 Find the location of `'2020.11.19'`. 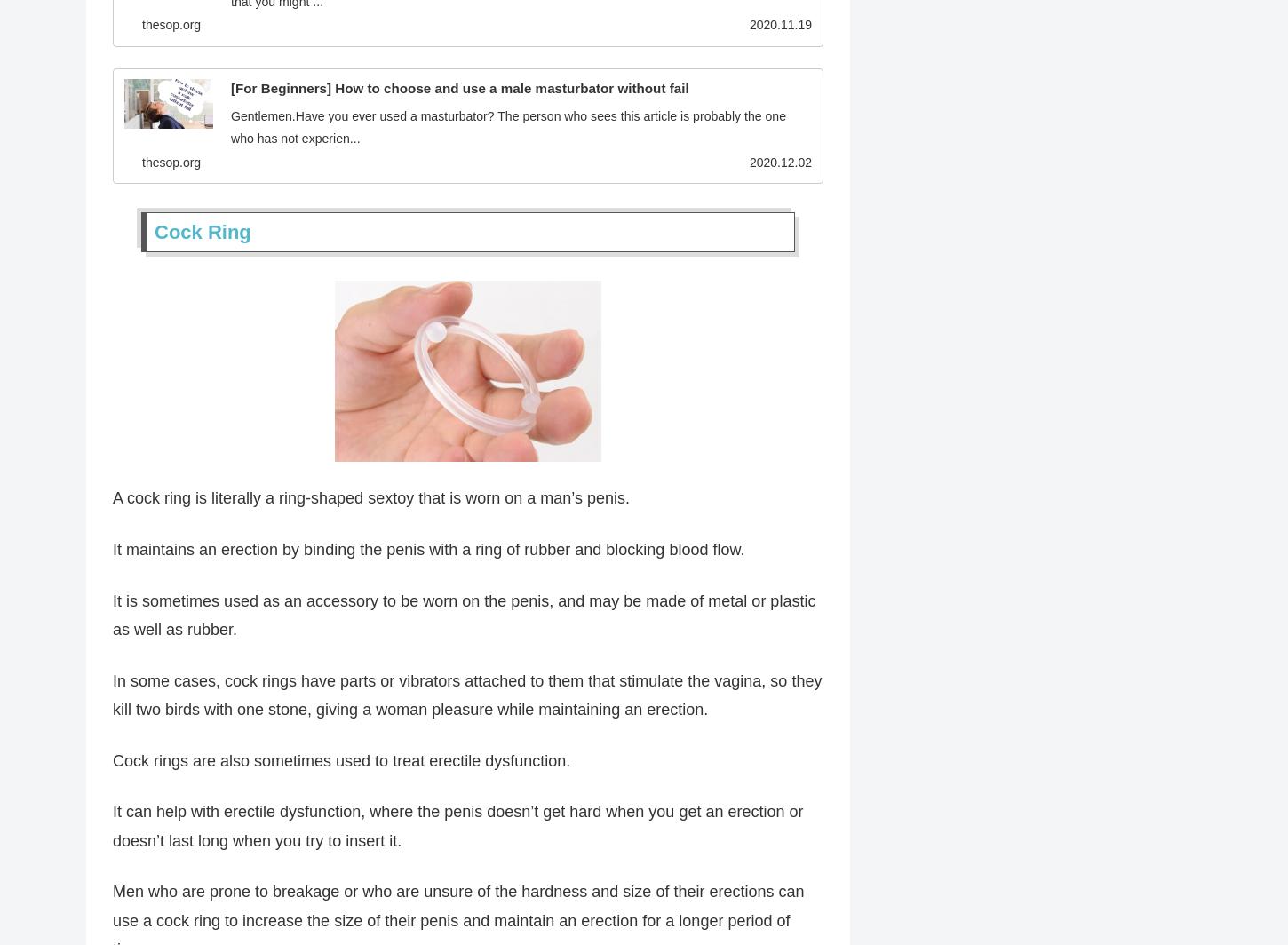

'2020.11.19' is located at coordinates (779, 27).